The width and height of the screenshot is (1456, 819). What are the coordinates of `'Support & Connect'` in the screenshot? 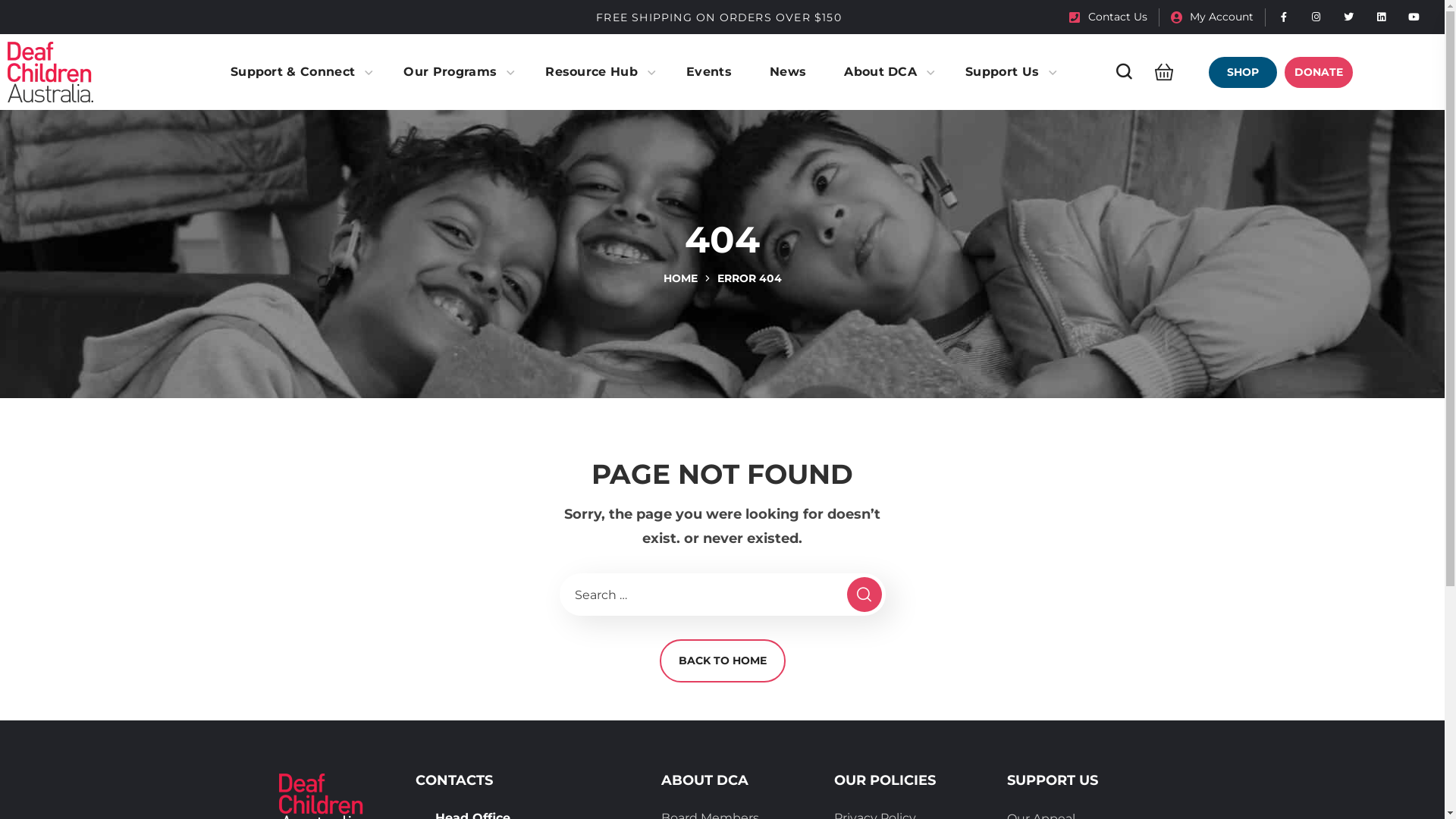 It's located at (210, 72).